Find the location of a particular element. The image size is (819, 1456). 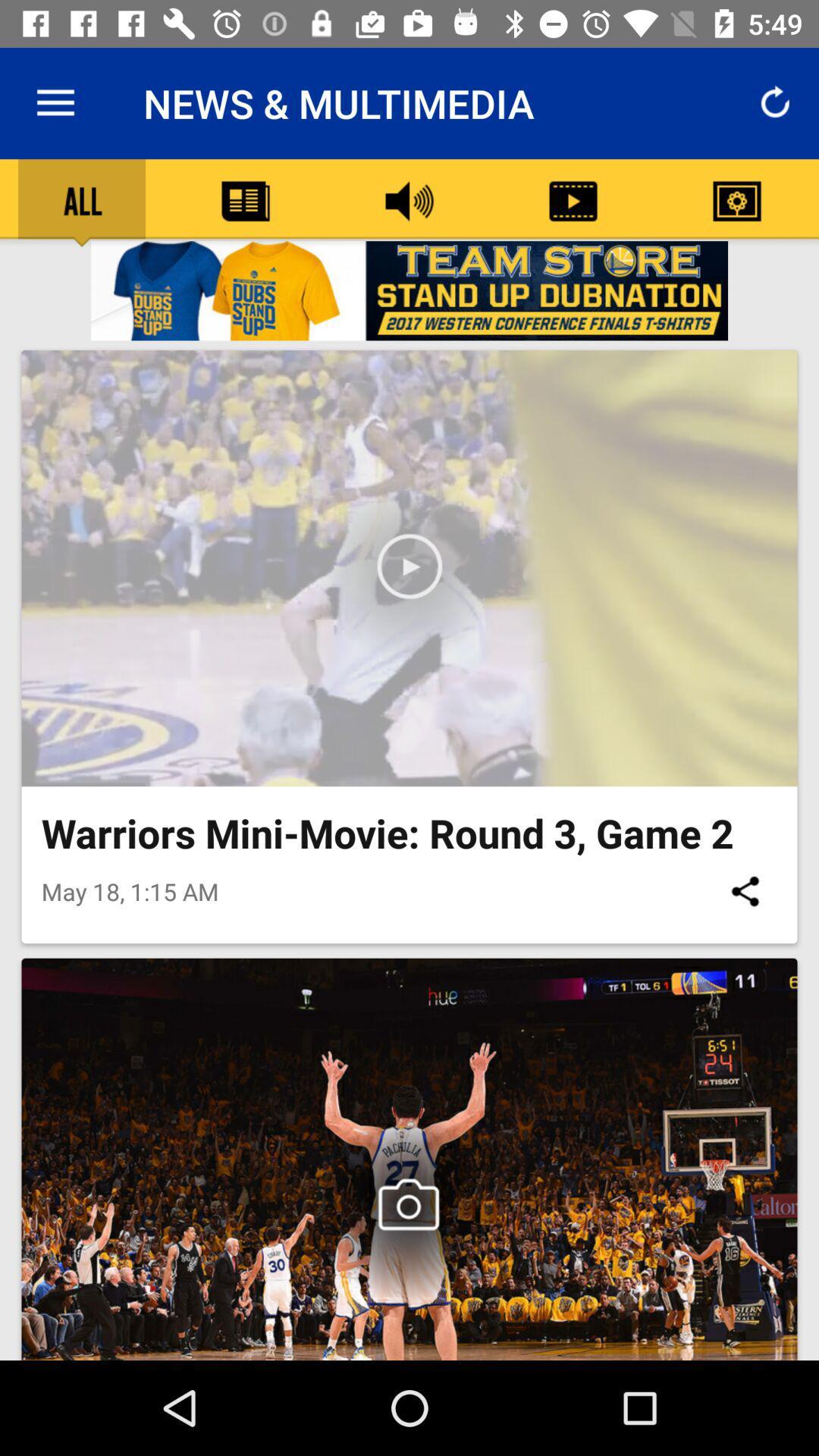

icon to the right of the may 18 1 is located at coordinates (744, 891).